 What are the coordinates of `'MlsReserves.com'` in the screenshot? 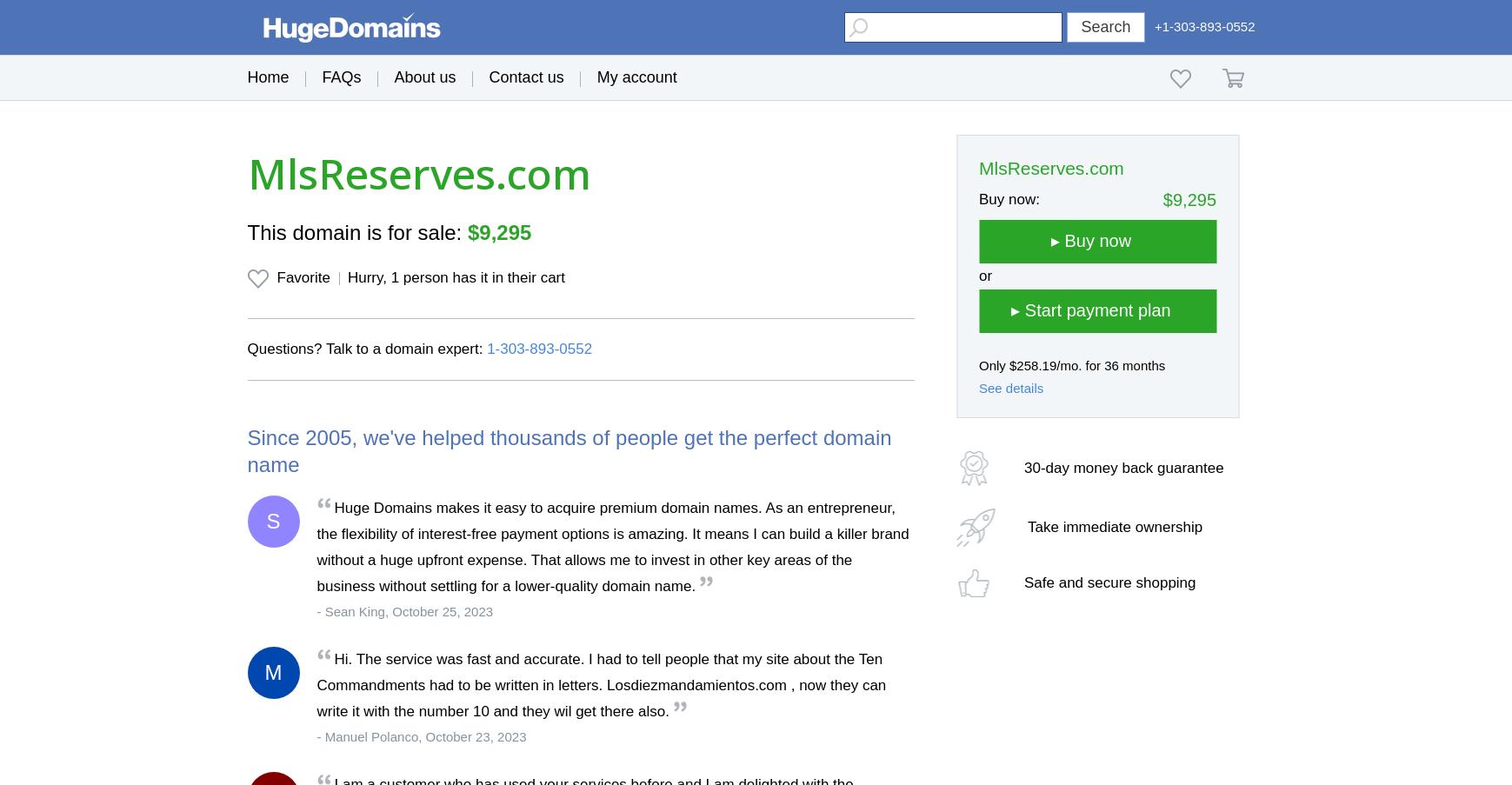 It's located at (418, 174).